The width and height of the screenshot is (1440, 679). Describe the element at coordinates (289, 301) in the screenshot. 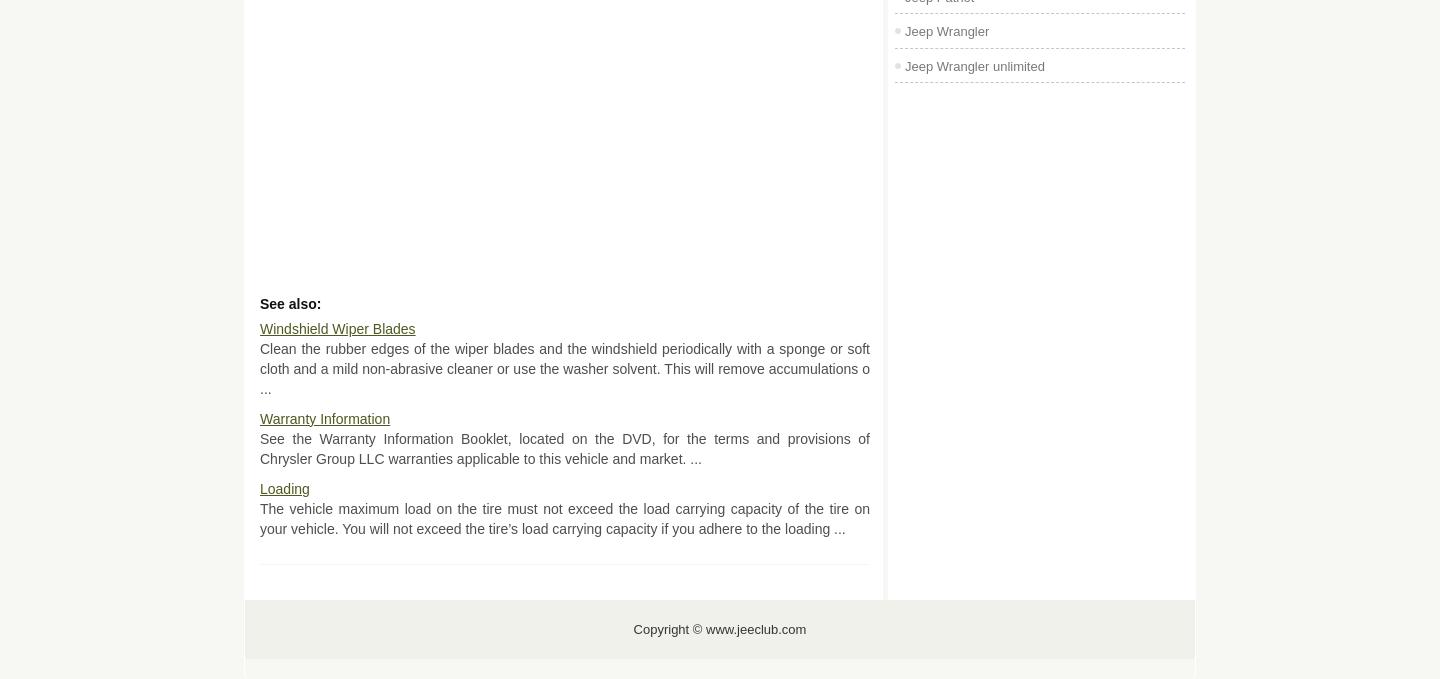

I see `'See also:'` at that location.